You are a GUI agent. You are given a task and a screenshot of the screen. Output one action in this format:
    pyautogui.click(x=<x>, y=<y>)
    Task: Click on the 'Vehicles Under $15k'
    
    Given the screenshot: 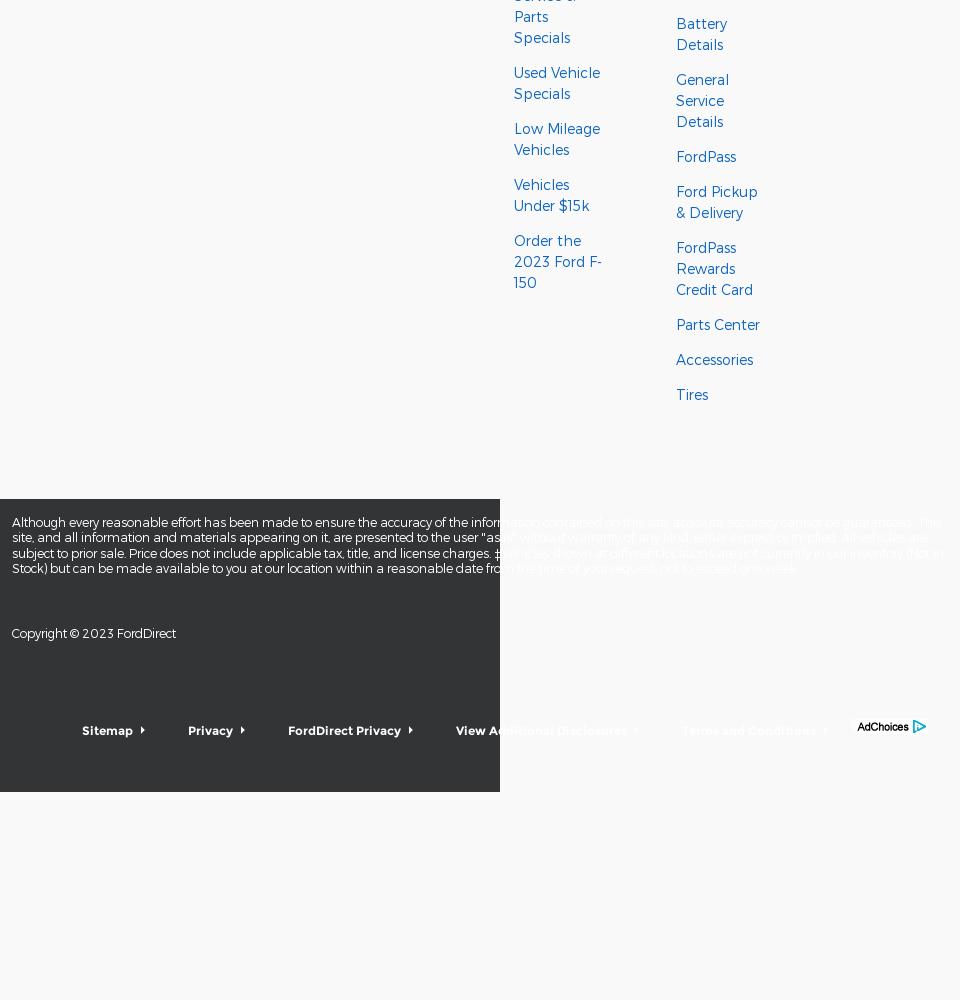 What is the action you would take?
    pyautogui.click(x=512, y=194)
    